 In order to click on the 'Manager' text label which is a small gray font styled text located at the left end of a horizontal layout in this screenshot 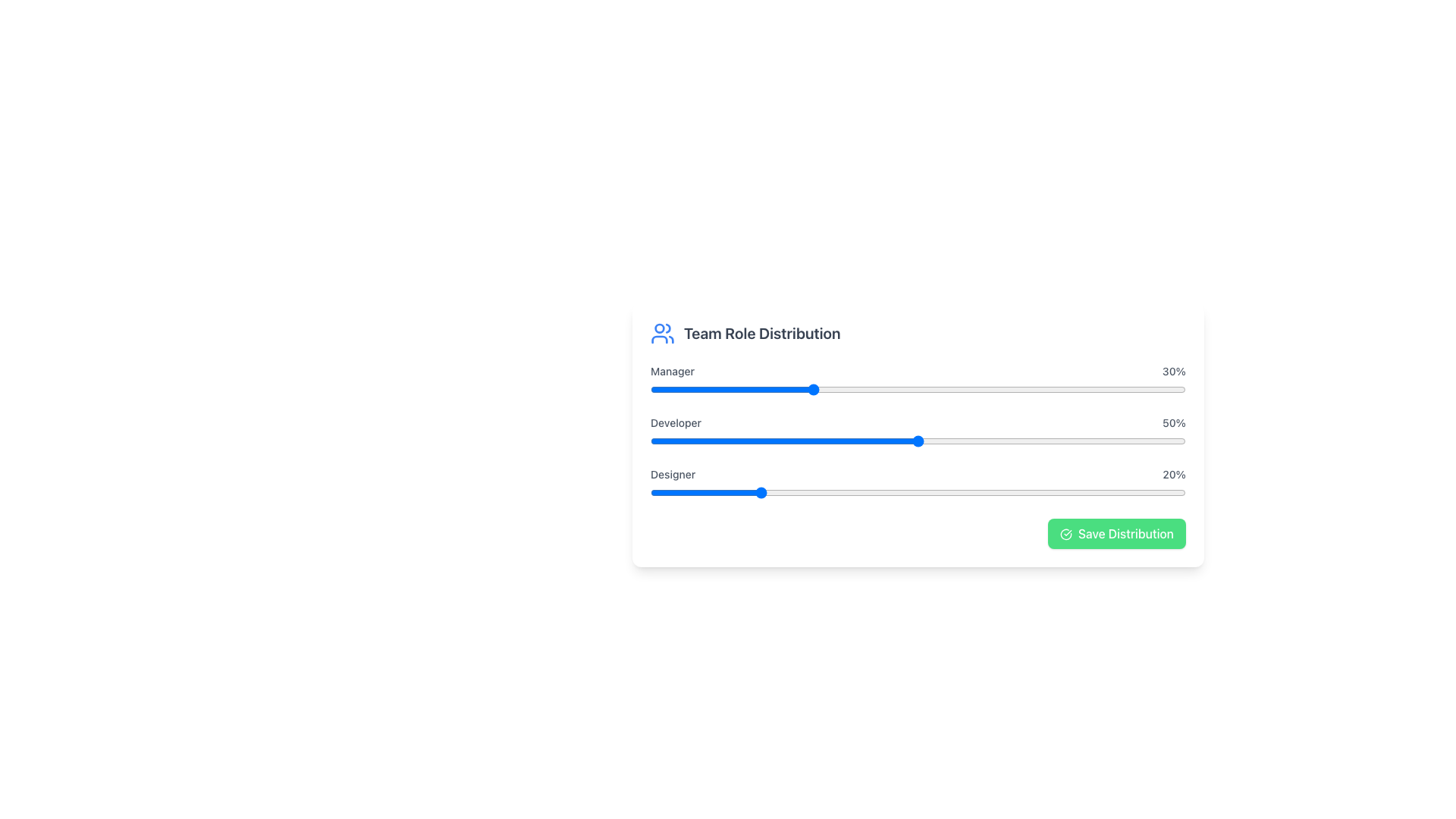, I will do `click(672, 371)`.